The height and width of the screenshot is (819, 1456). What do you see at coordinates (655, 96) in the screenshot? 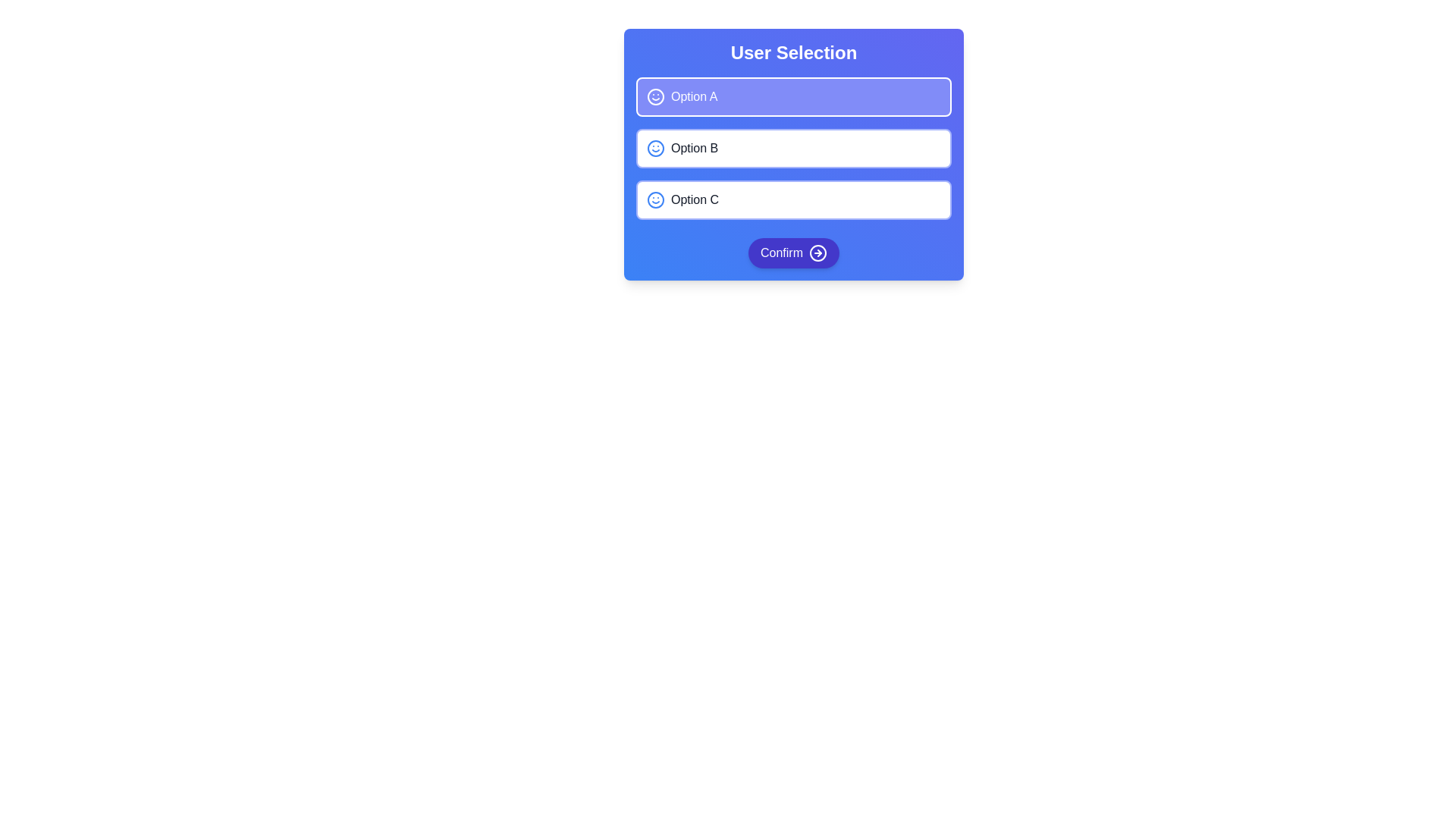
I see `the Circular Boundary element located in the 'User Selection' panel under 'Option A' to indicate the selection category` at bounding box center [655, 96].